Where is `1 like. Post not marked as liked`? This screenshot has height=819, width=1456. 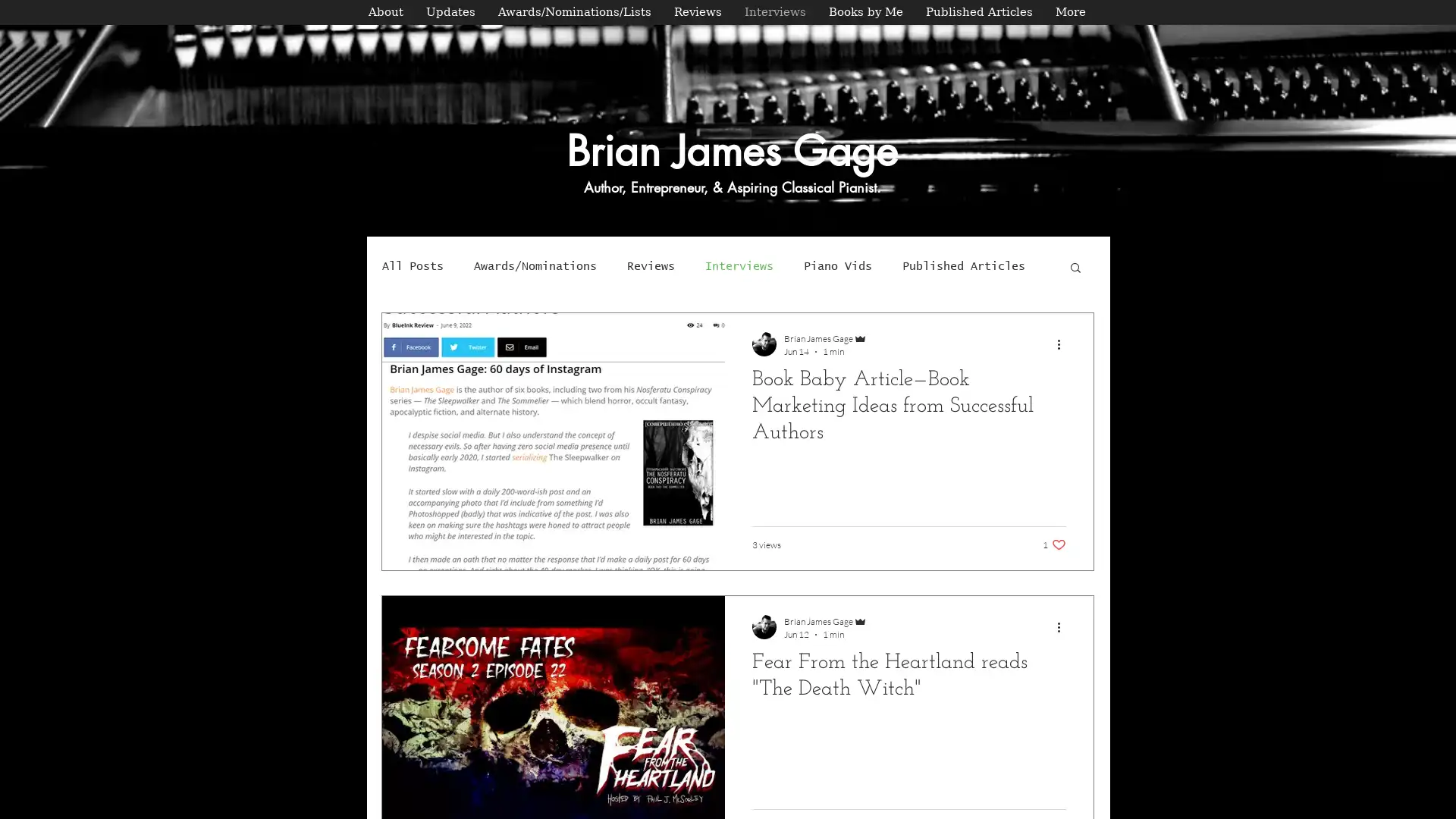 1 like. Post not marked as liked is located at coordinates (1053, 544).